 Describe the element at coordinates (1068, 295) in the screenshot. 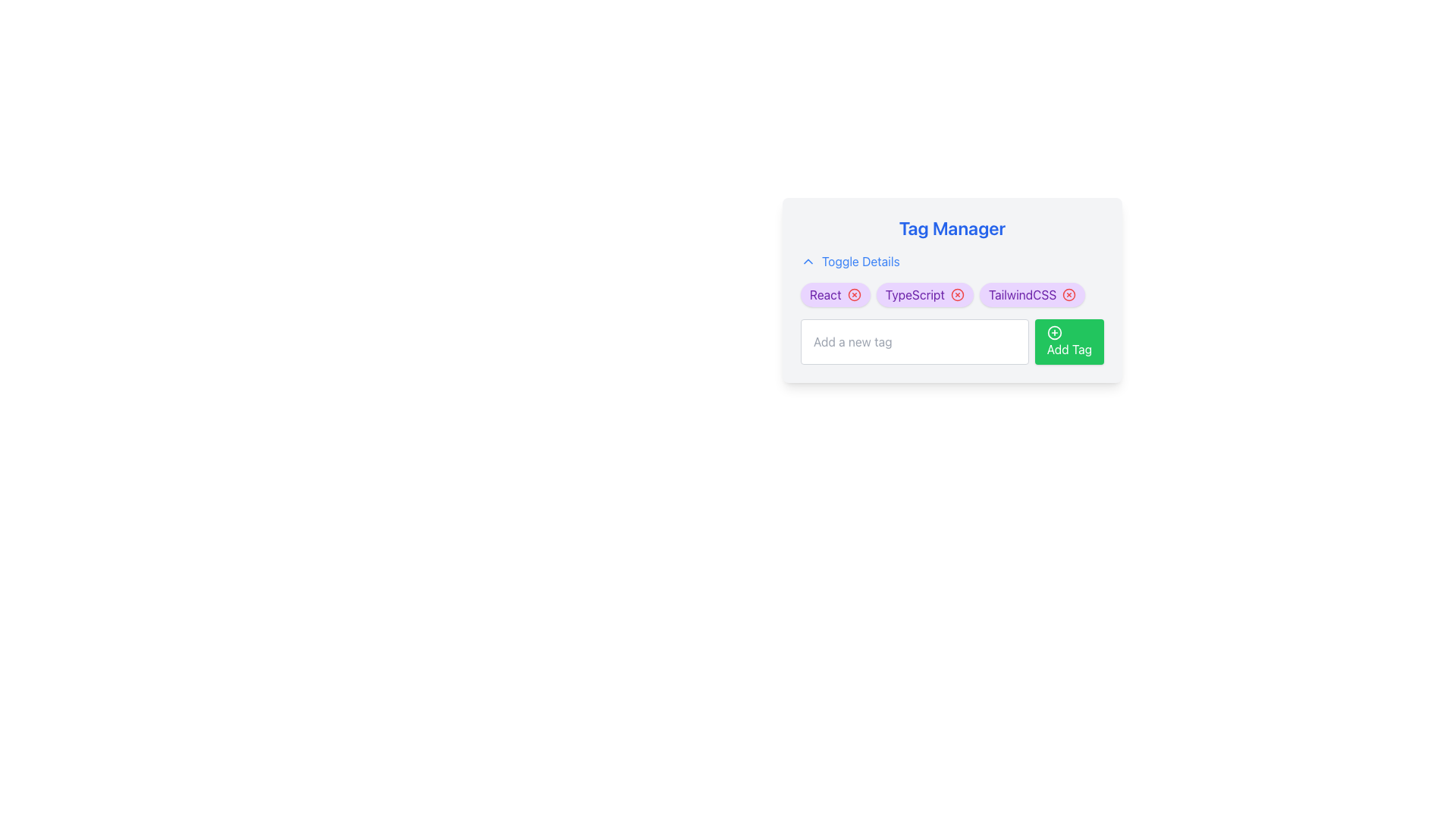

I see `the small circular red icon with a cross symbol` at that location.